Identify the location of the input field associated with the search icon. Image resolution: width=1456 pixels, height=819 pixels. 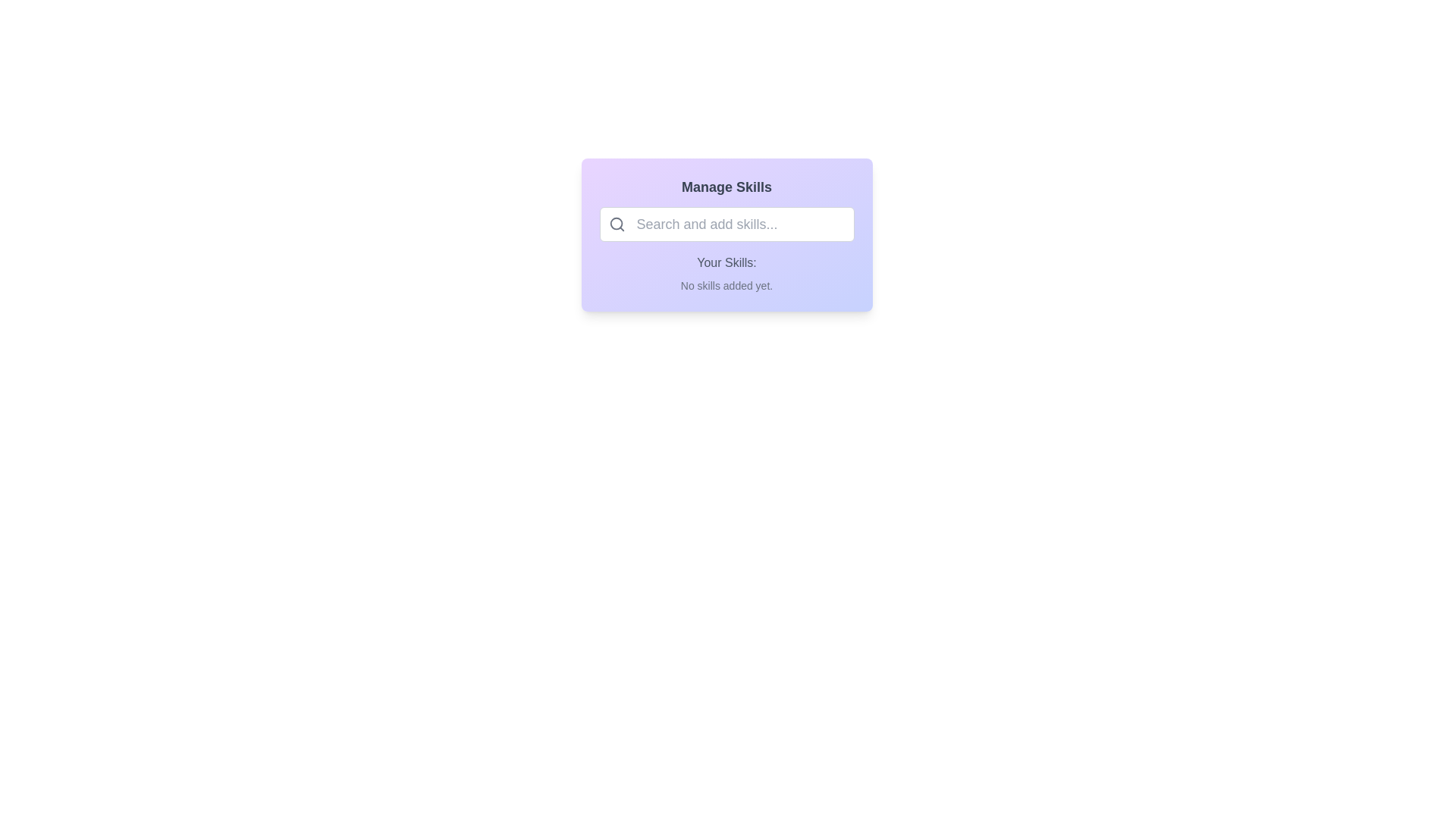
(617, 224).